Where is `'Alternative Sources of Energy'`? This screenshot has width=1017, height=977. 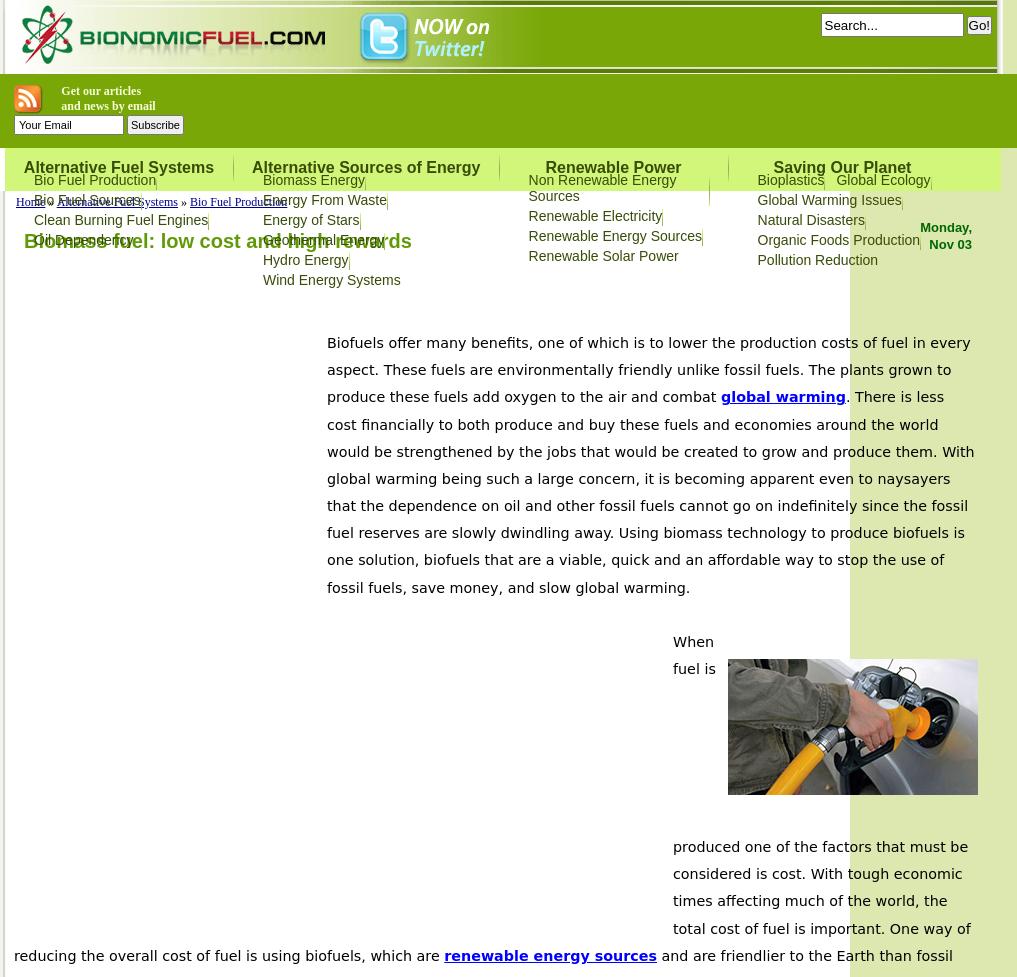 'Alternative Sources of Energy' is located at coordinates (365, 166).